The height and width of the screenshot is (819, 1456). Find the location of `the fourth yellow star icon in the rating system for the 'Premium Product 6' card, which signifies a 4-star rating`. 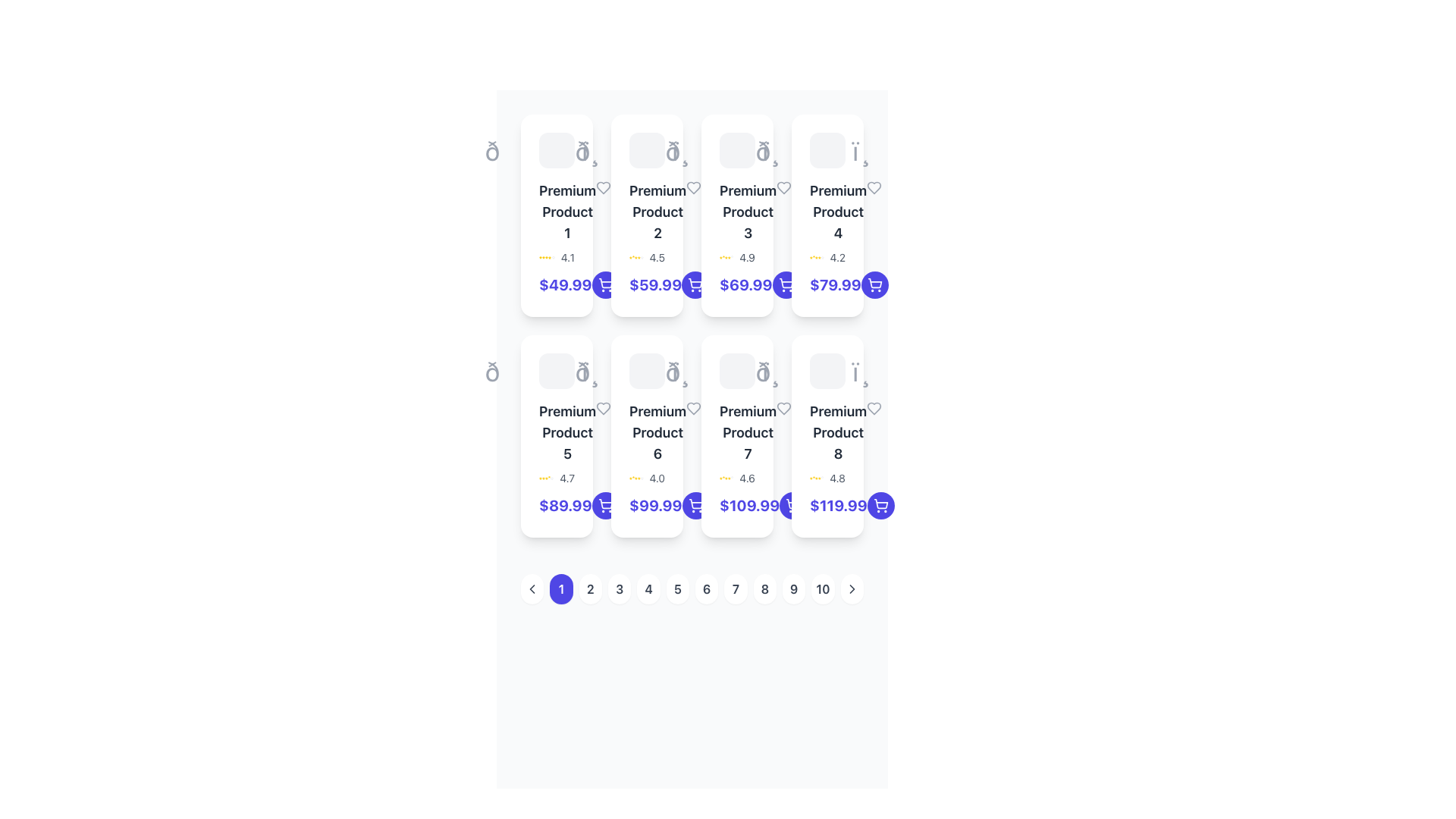

the fourth yellow star icon in the rating system for the 'Premium Product 6' card, which signifies a 4-star rating is located at coordinates (639, 479).